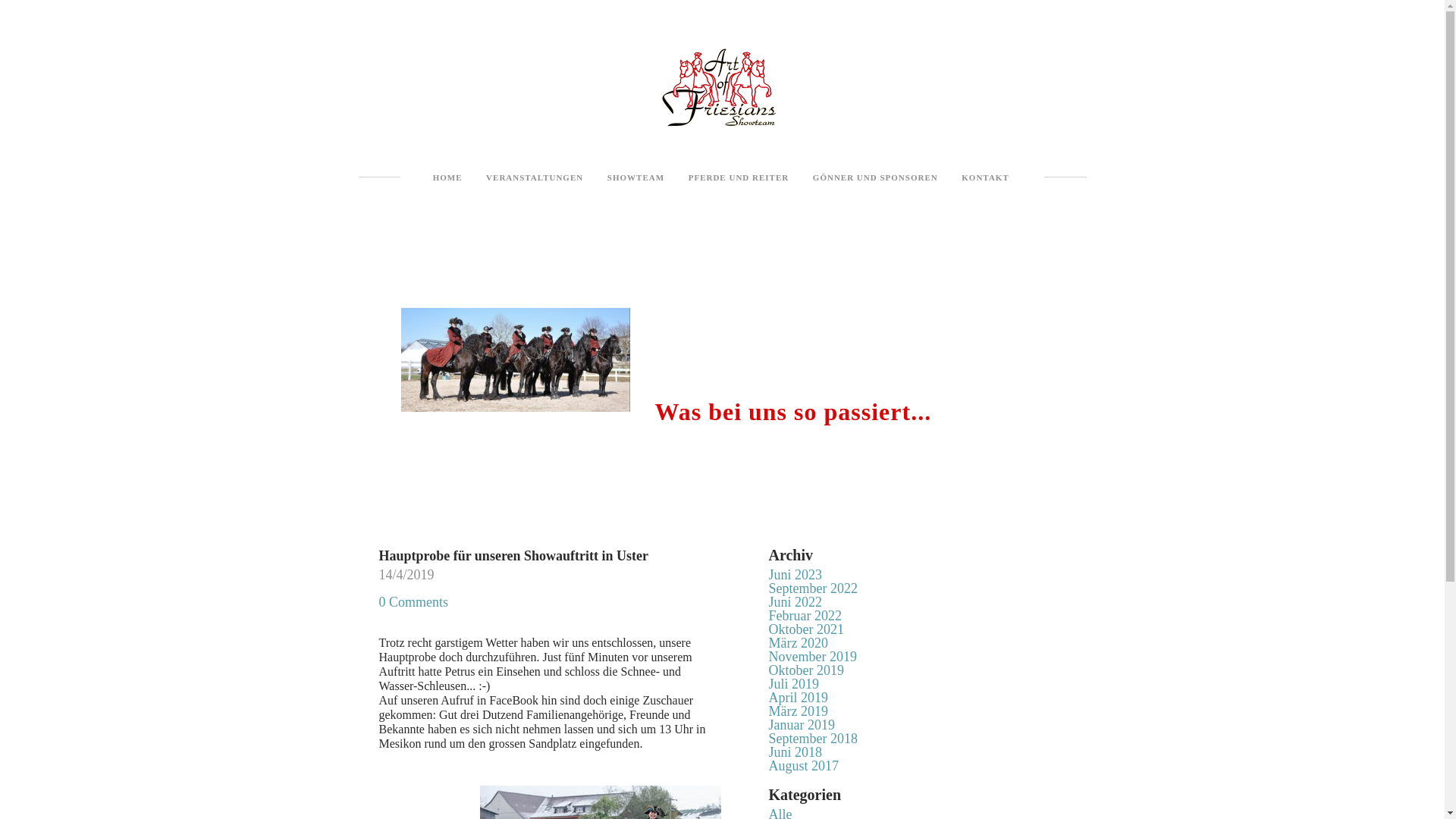 The width and height of the screenshot is (1456, 819). Describe the element at coordinates (795, 575) in the screenshot. I see `'Juni 2023'` at that location.